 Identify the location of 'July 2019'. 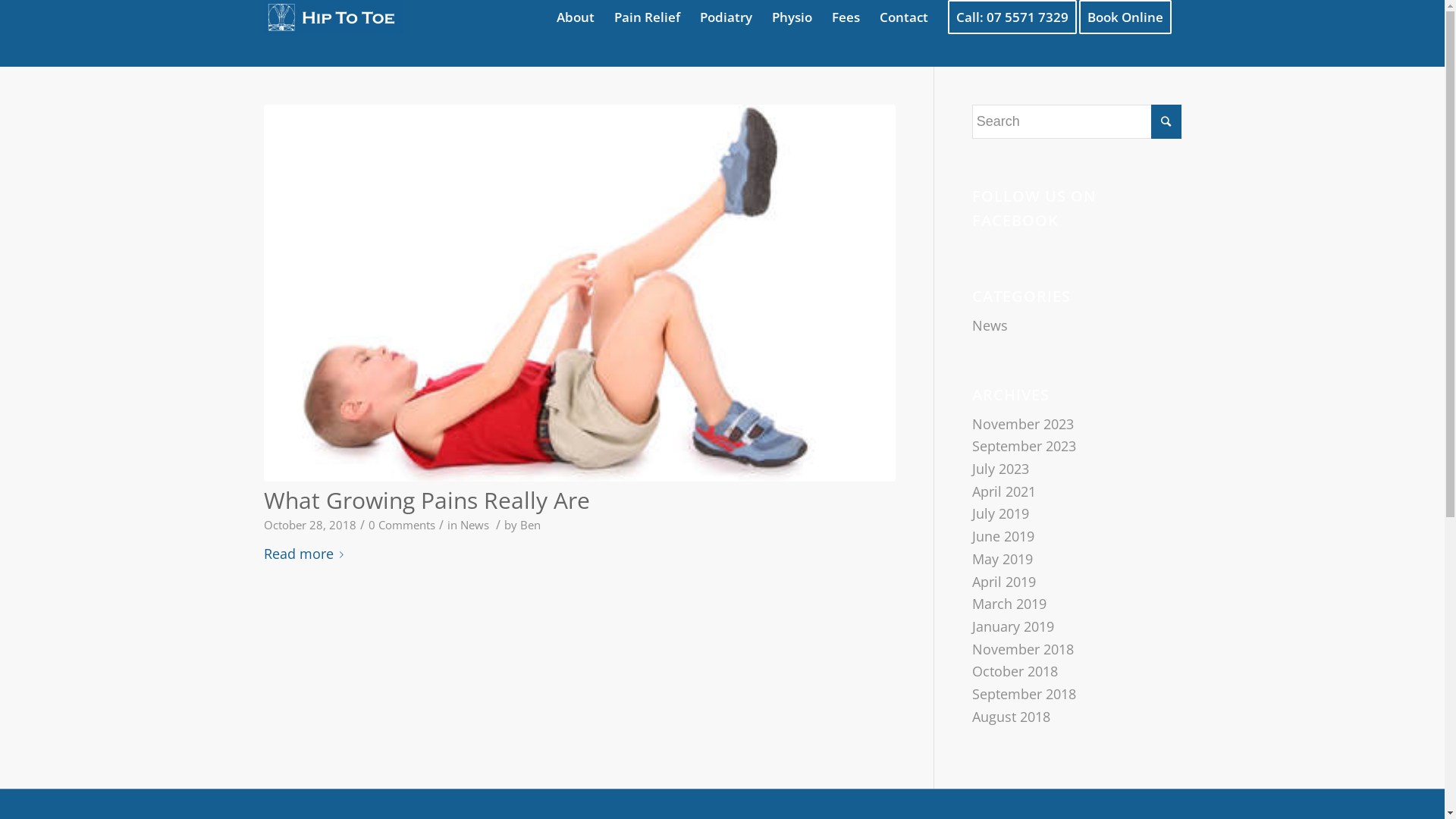
(1000, 513).